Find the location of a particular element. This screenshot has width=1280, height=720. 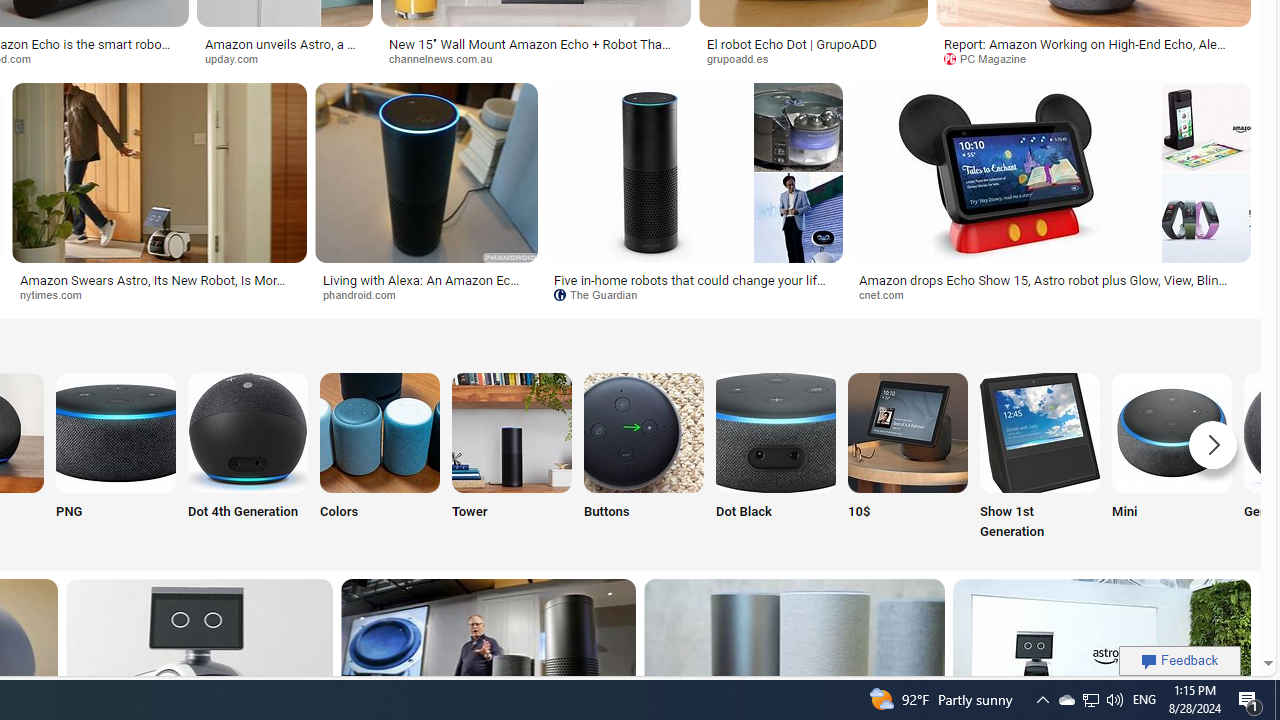

'Amazon Echo Buttons' is located at coordinates (643, 431).